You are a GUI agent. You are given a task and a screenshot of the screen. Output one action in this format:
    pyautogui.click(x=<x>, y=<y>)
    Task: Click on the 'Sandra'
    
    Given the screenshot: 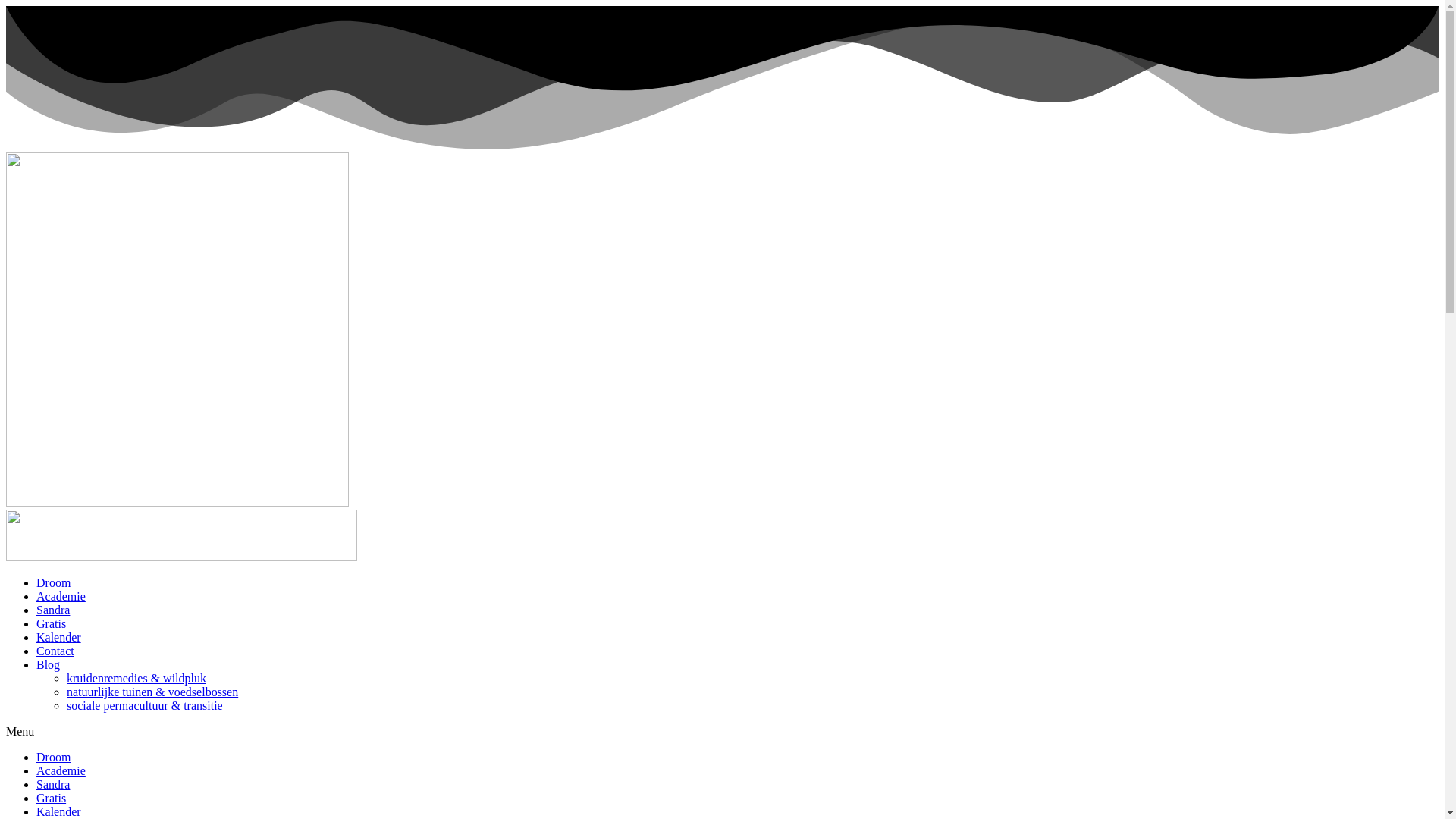 What is the action you would take?
    pyautogui.click(x=53, y=784)
    